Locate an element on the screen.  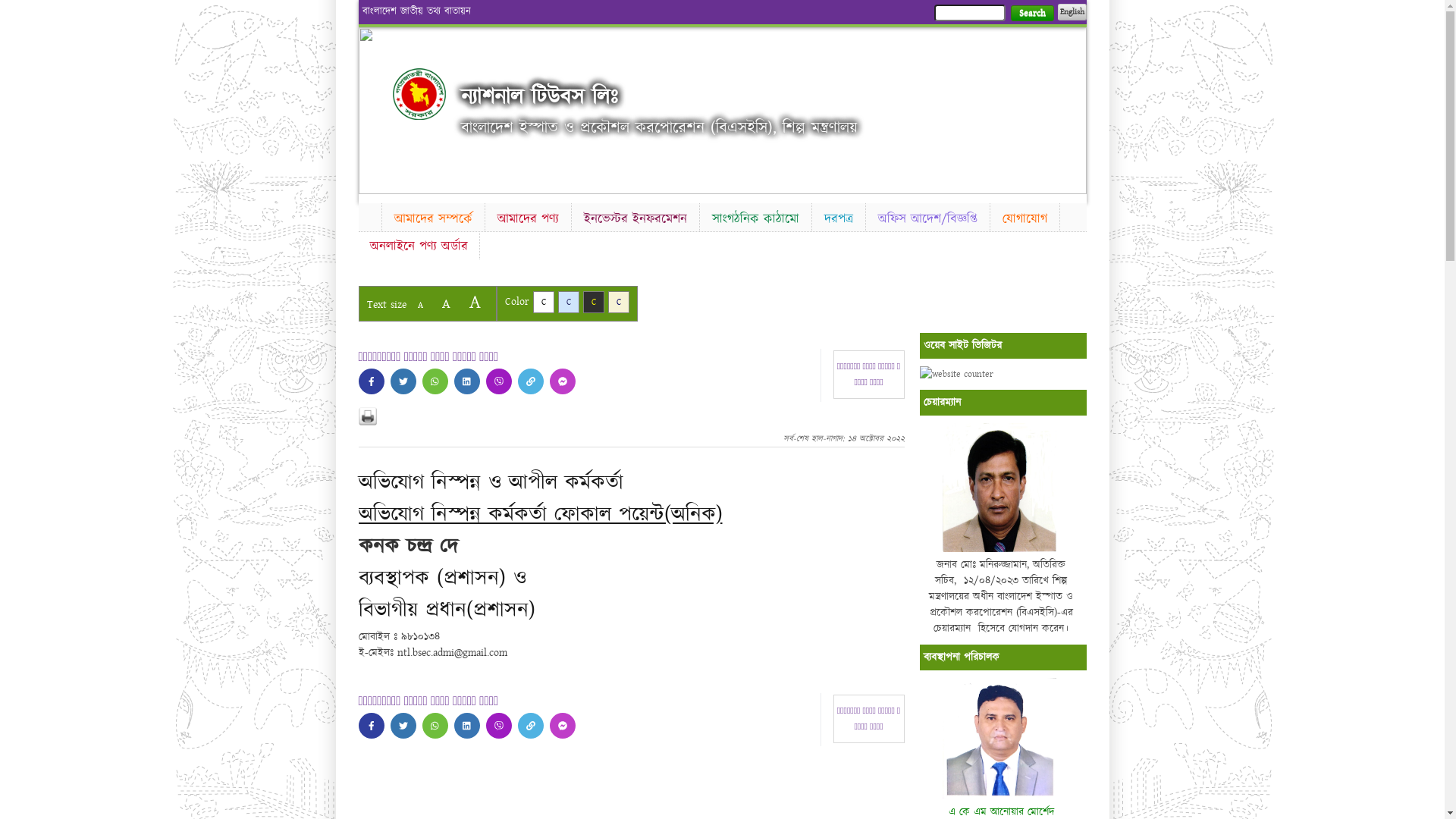
'C' is located at coordinates (619, 302).